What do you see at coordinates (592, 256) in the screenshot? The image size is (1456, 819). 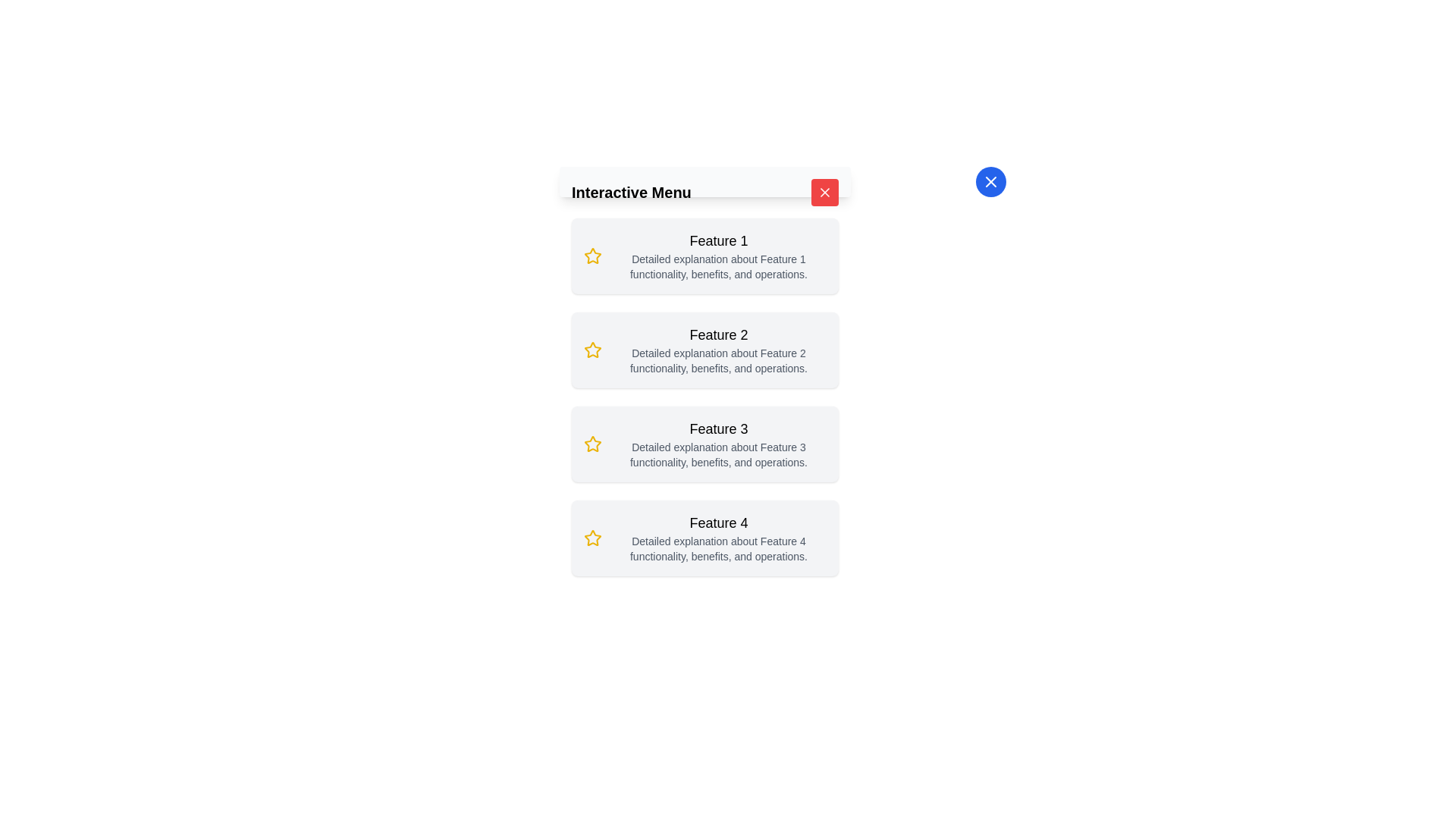 I see `the star-shaped yellow icon with a black outline located in the first feature card next to the title 'Feature 1'` at bounding box center [592, 256].